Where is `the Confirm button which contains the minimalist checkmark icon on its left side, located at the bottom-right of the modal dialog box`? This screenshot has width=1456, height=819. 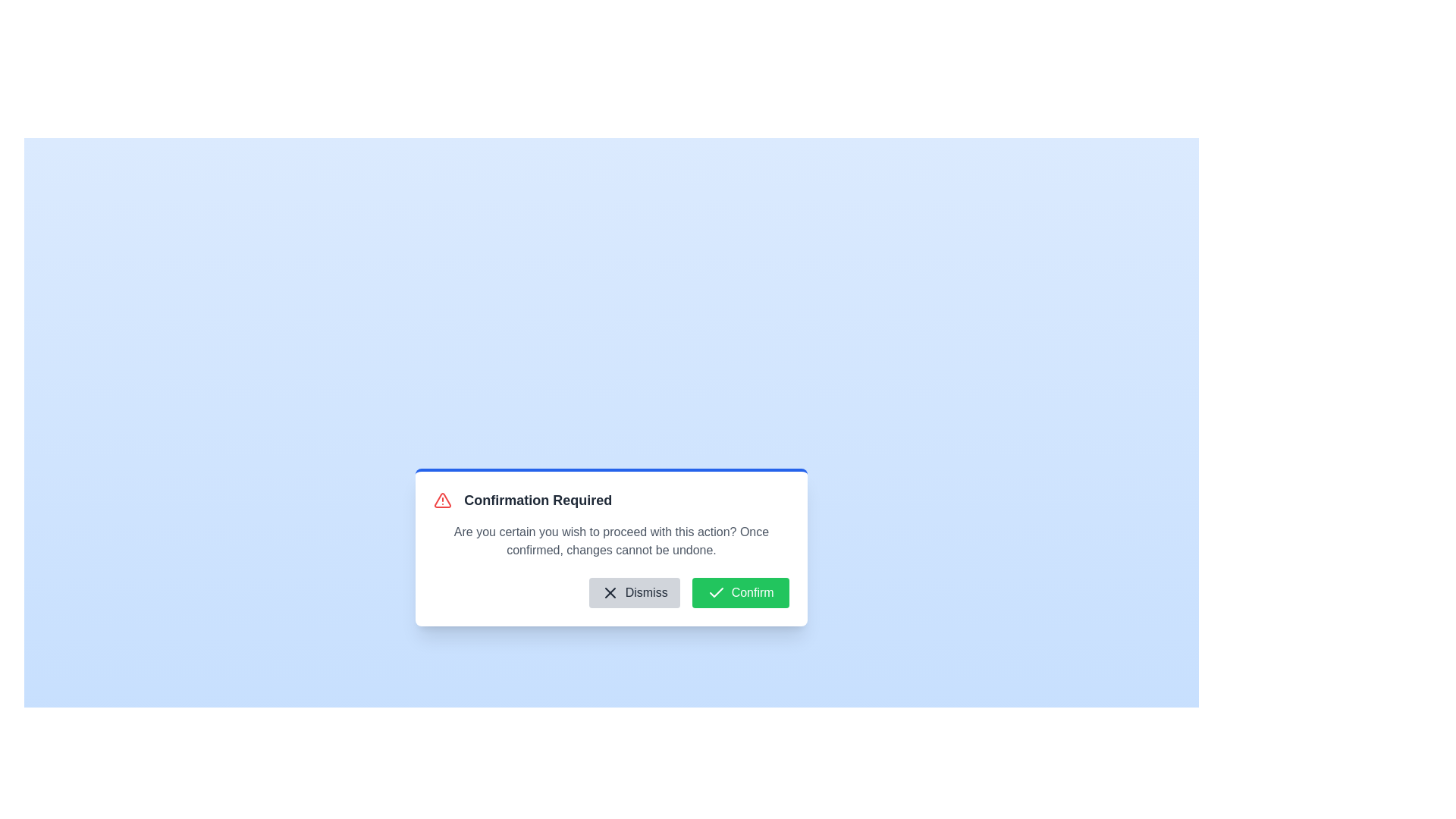
the Confirm button which contains the minimalist checkmark icon on its left side, located at the bottom-right of the modal dialog box is located at coordinates (715, 592).